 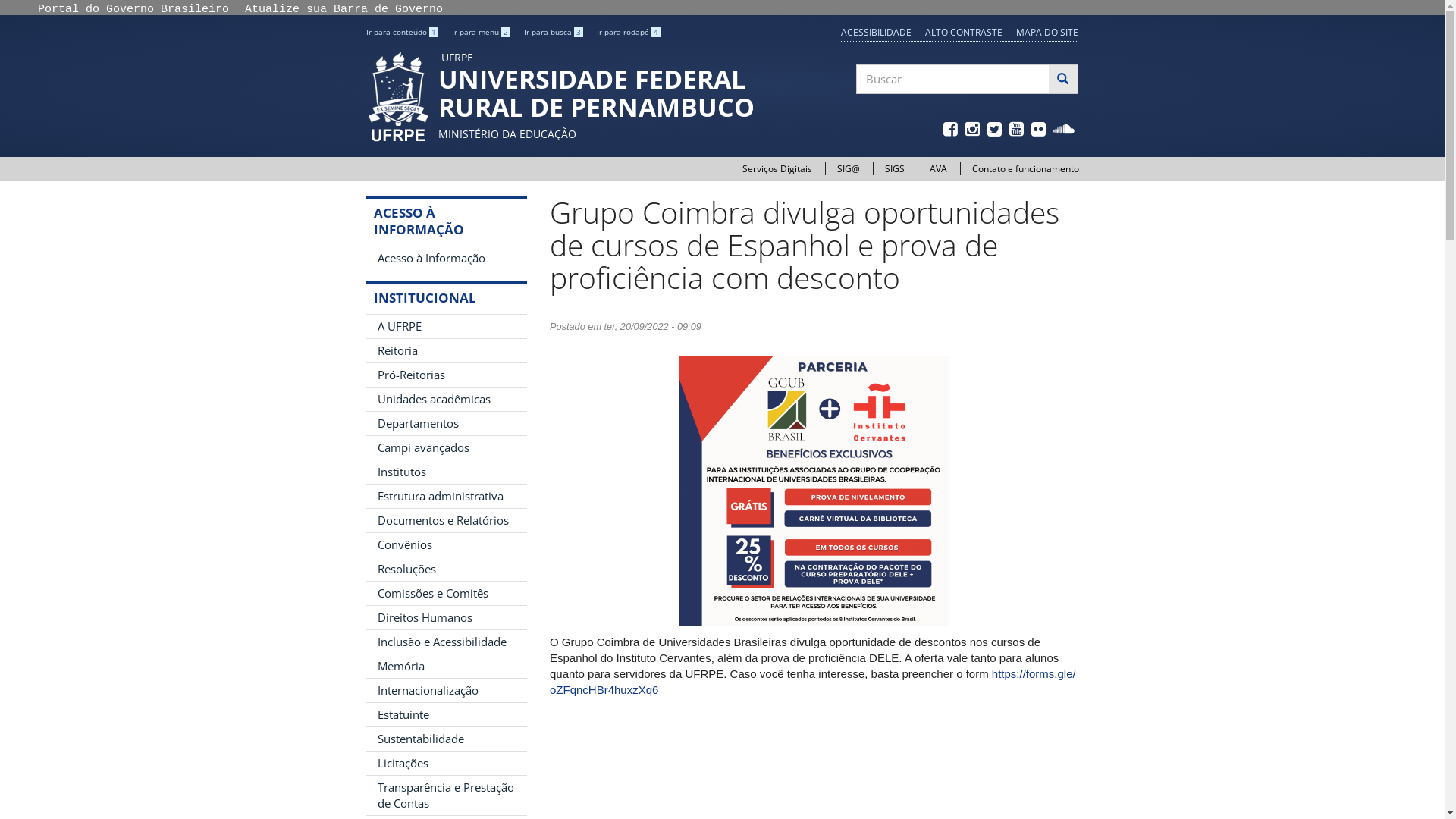 What do you see at coordinates (996, 130) in the screenshot?
I see `' '` at bounding box center [996, 130].